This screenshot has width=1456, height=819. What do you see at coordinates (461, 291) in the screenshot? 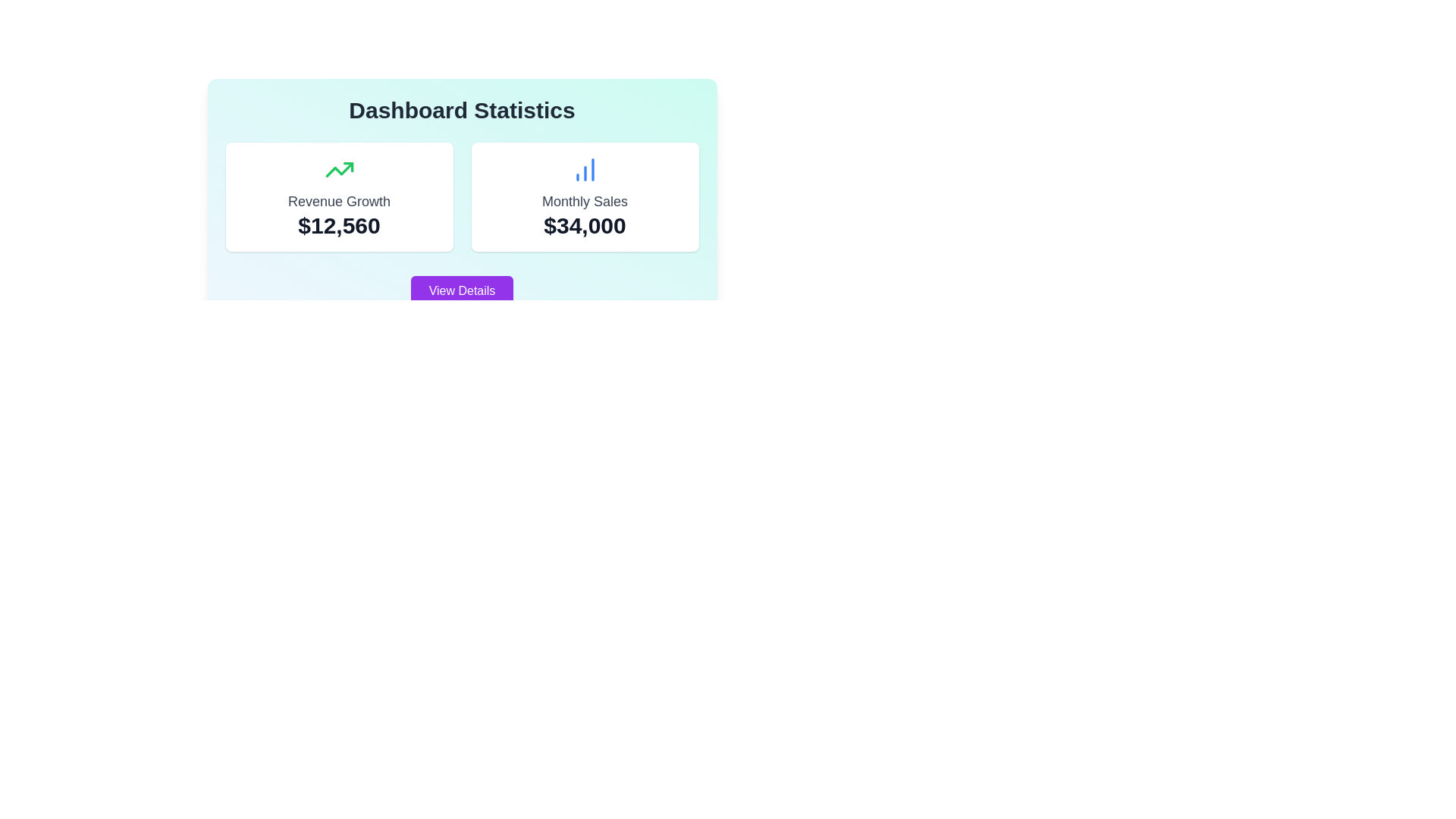
I see `the button located at the bottom center of the statistics card to change its background color` at bounding box center [461, 291].